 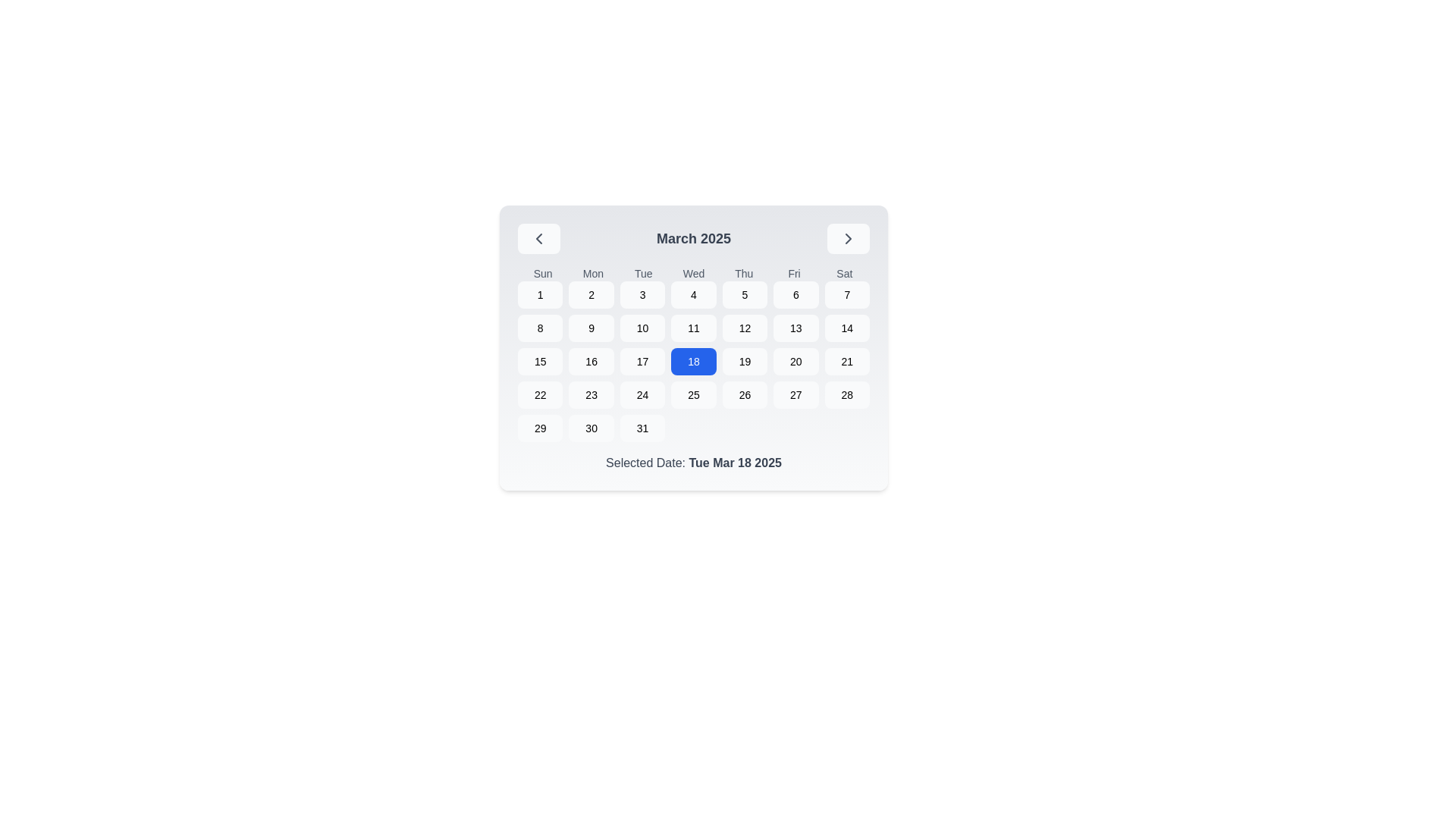 What do you see at coordinates (693, 394) in the screenshot?
I see `the day selection button representing the date '25' in the calendar interface` at bounding box center [693, 394].